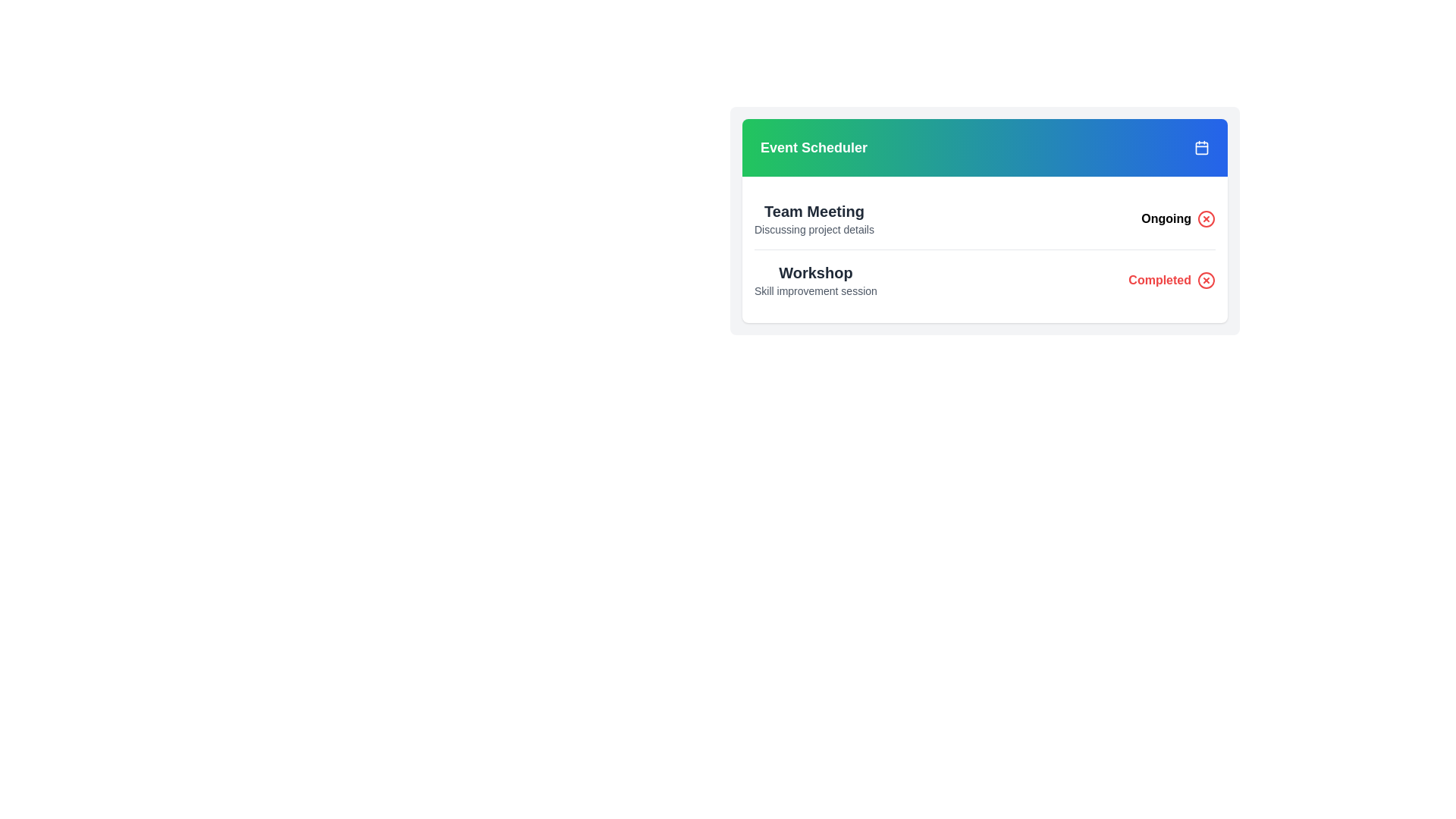 Image resolution: width=1456 pixels, height=819 pixels. What do you see at coordinates (814, 271) in the screenshot?
I see `the static text label displaying 'Workshop' in an extra-large, bold, dark gray font located in the middle section of the 'Event Scheduler' card layout` at bounding box center [814, 271].